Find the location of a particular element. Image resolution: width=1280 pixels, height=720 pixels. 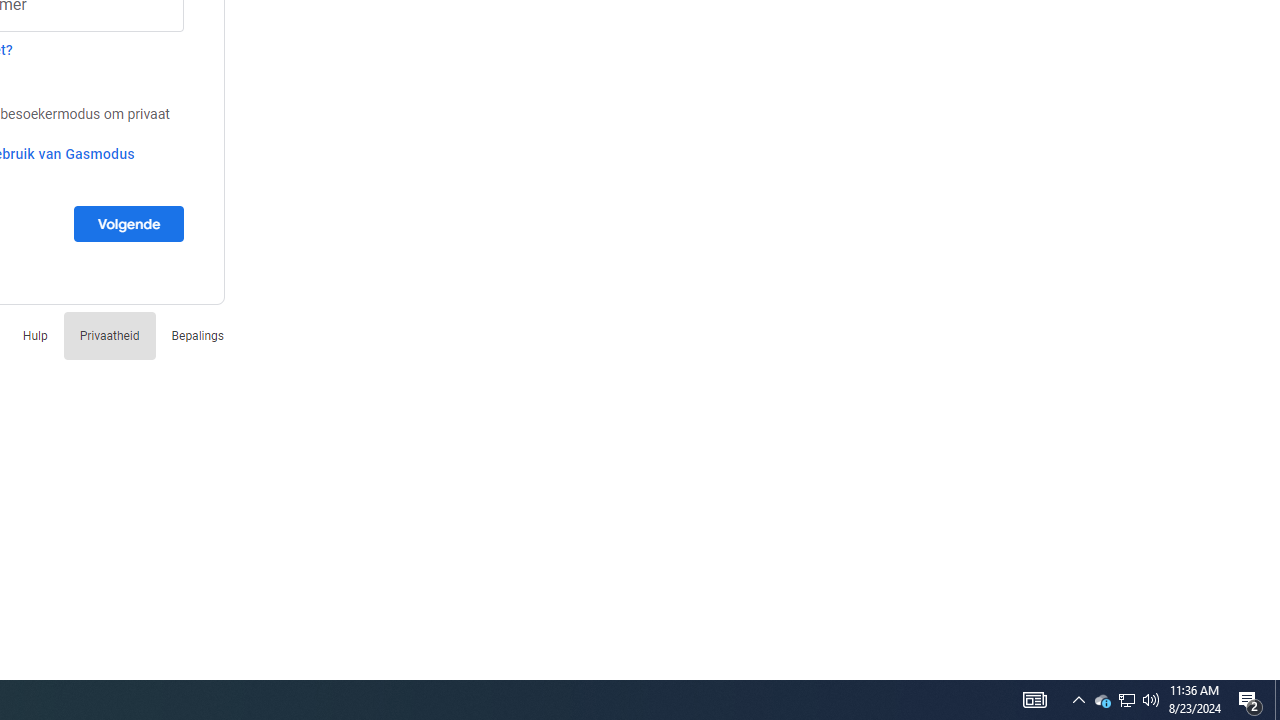

'Privaatheid' is located at coordinates (108, 334).